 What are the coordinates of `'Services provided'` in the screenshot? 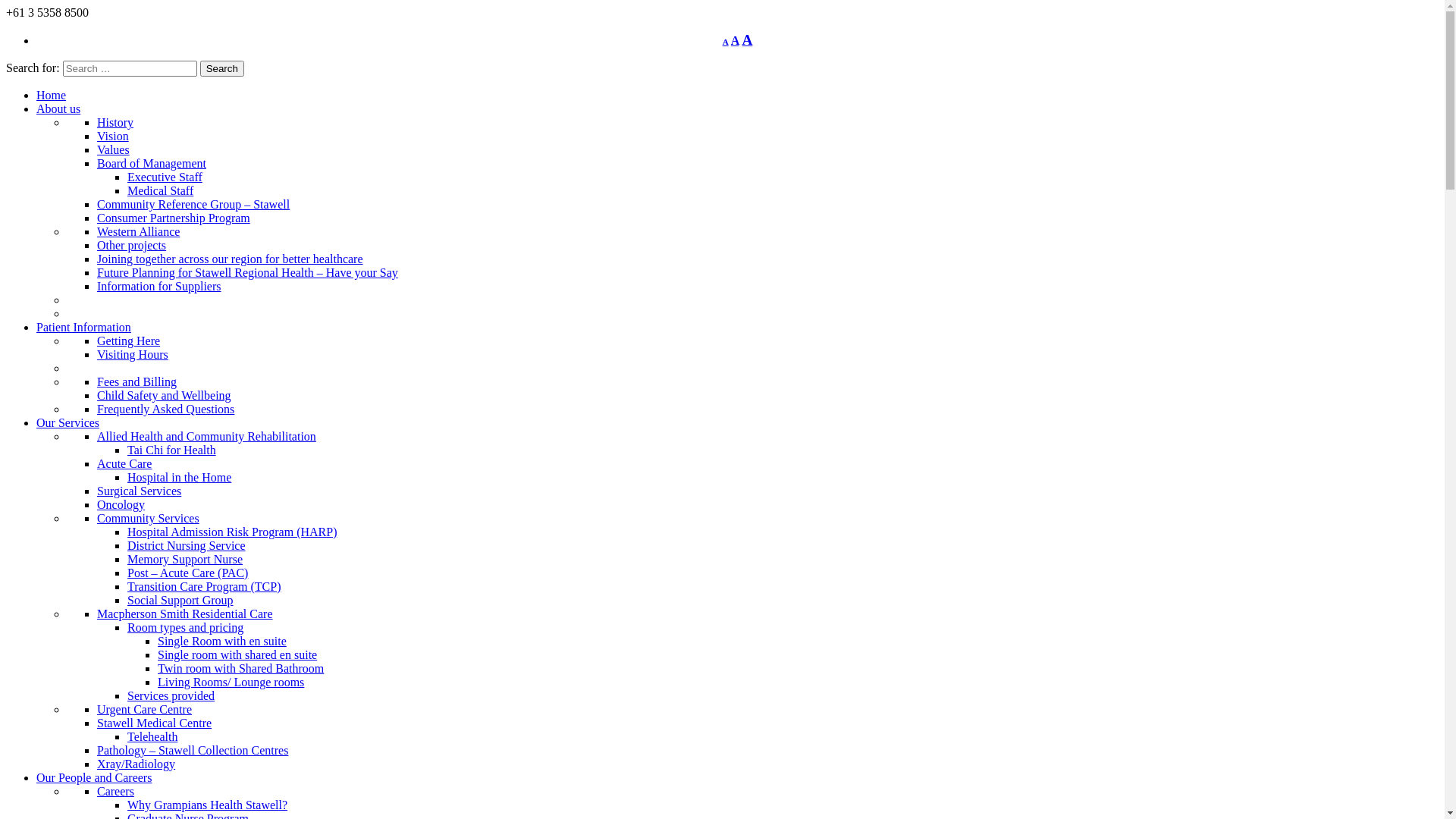 It's located at (171, 695).